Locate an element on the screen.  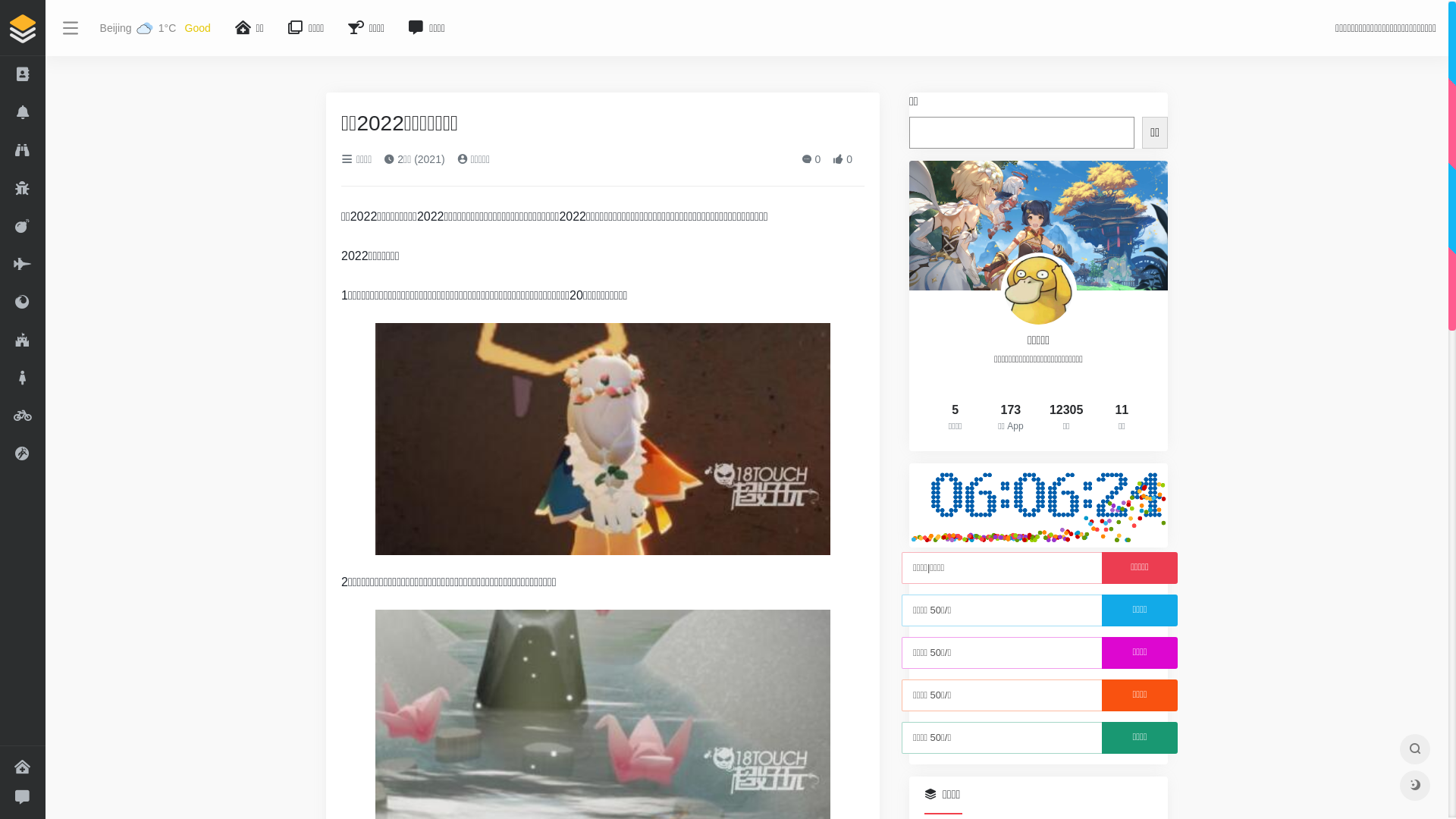
'0' is located at coordinates (841, 158).